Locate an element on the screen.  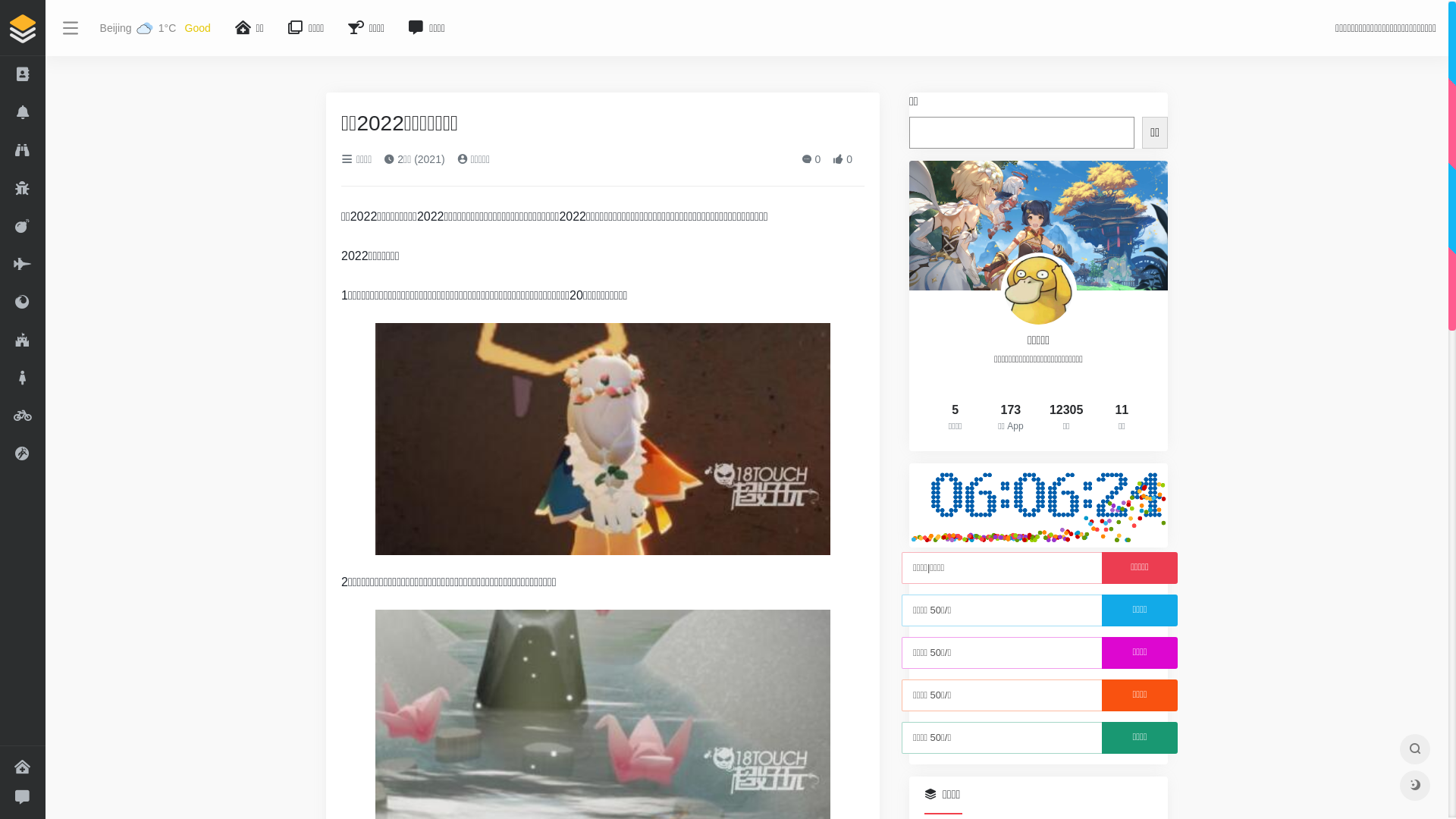
'0' is located at coordinates (841, 158).